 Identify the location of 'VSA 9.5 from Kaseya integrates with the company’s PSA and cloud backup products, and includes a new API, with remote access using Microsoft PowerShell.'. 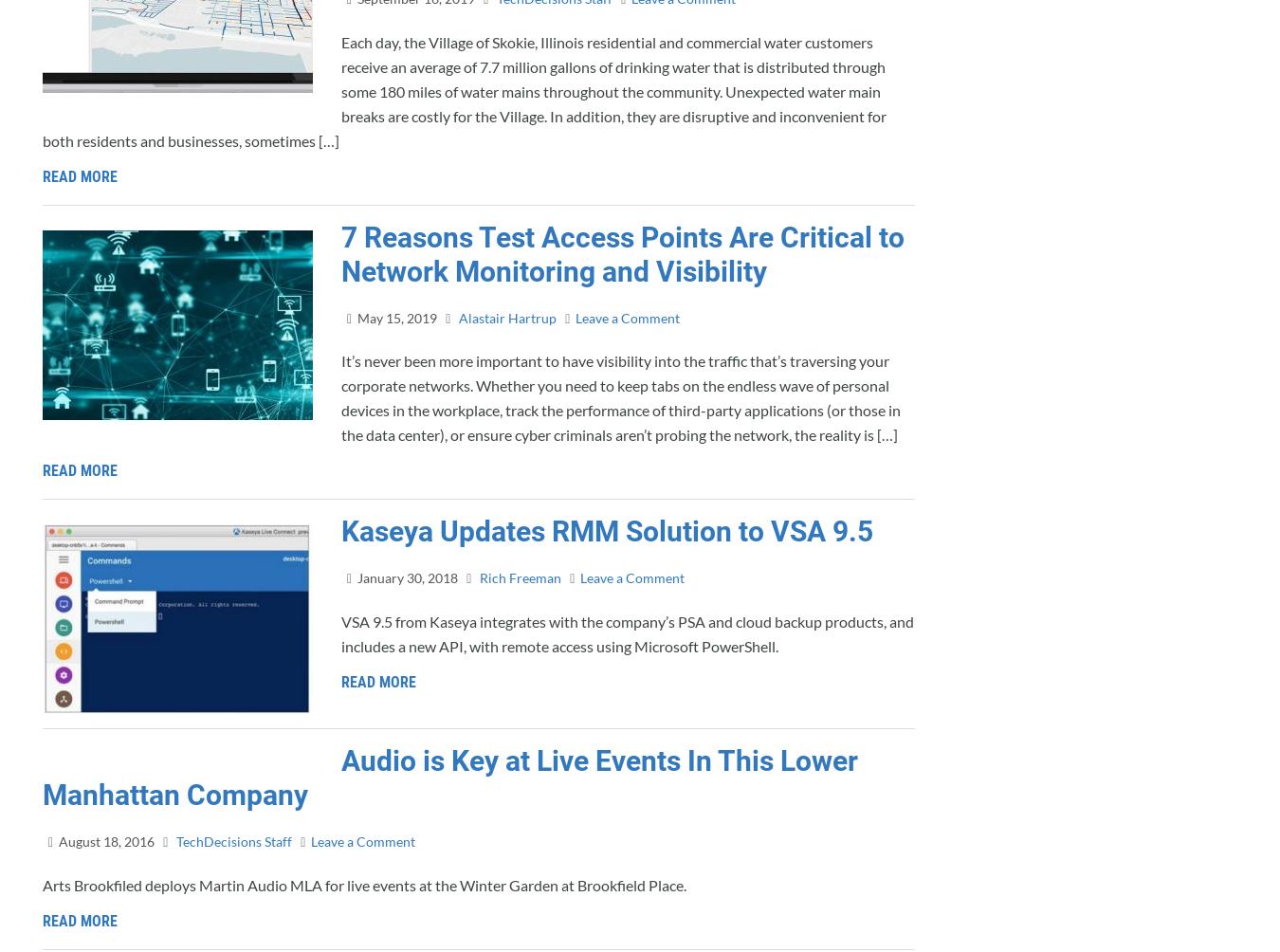
(341, 632).